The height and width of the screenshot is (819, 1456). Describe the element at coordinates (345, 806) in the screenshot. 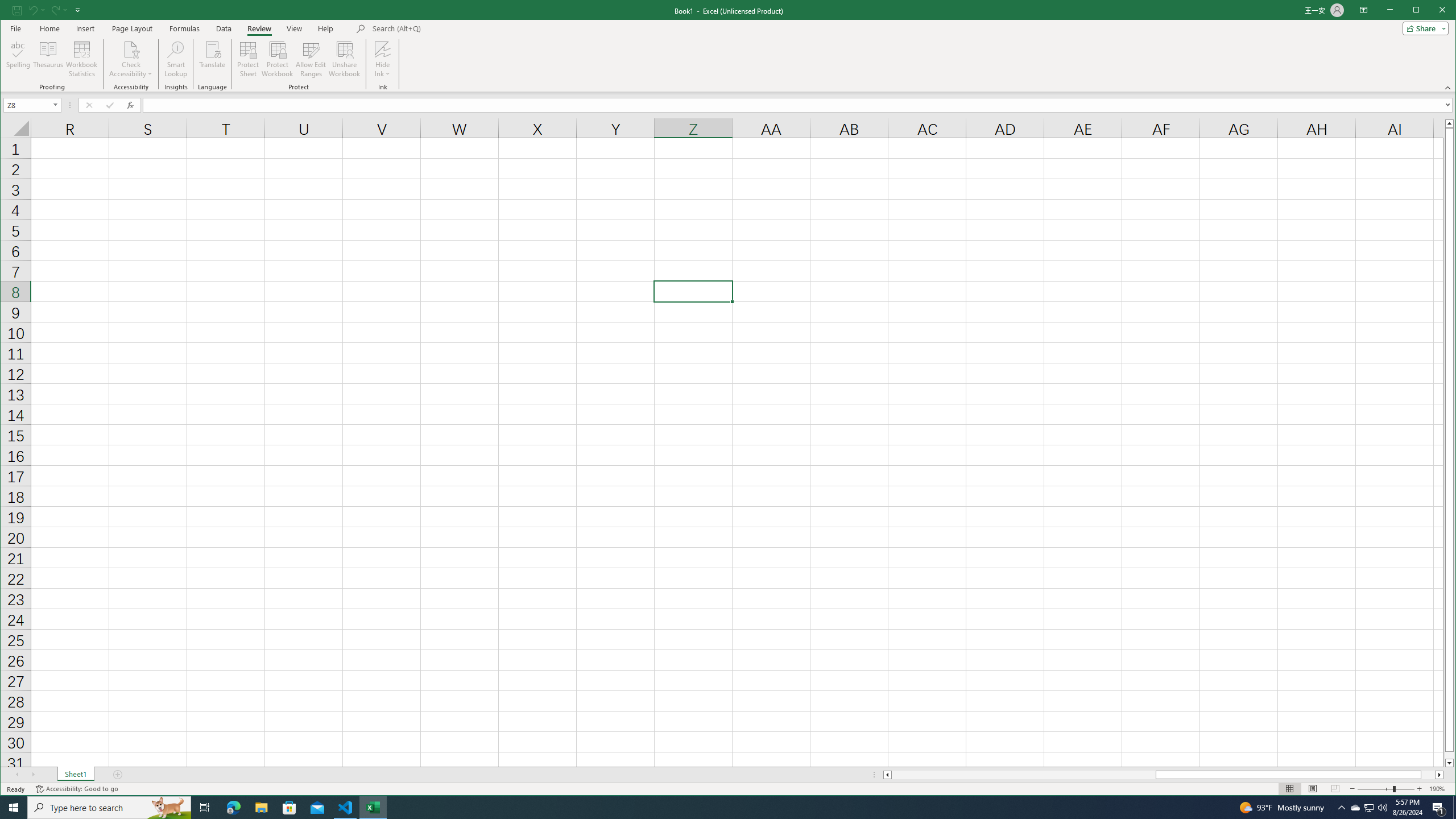

I see `'Visual Studio Code - 1 running window'` at that location.